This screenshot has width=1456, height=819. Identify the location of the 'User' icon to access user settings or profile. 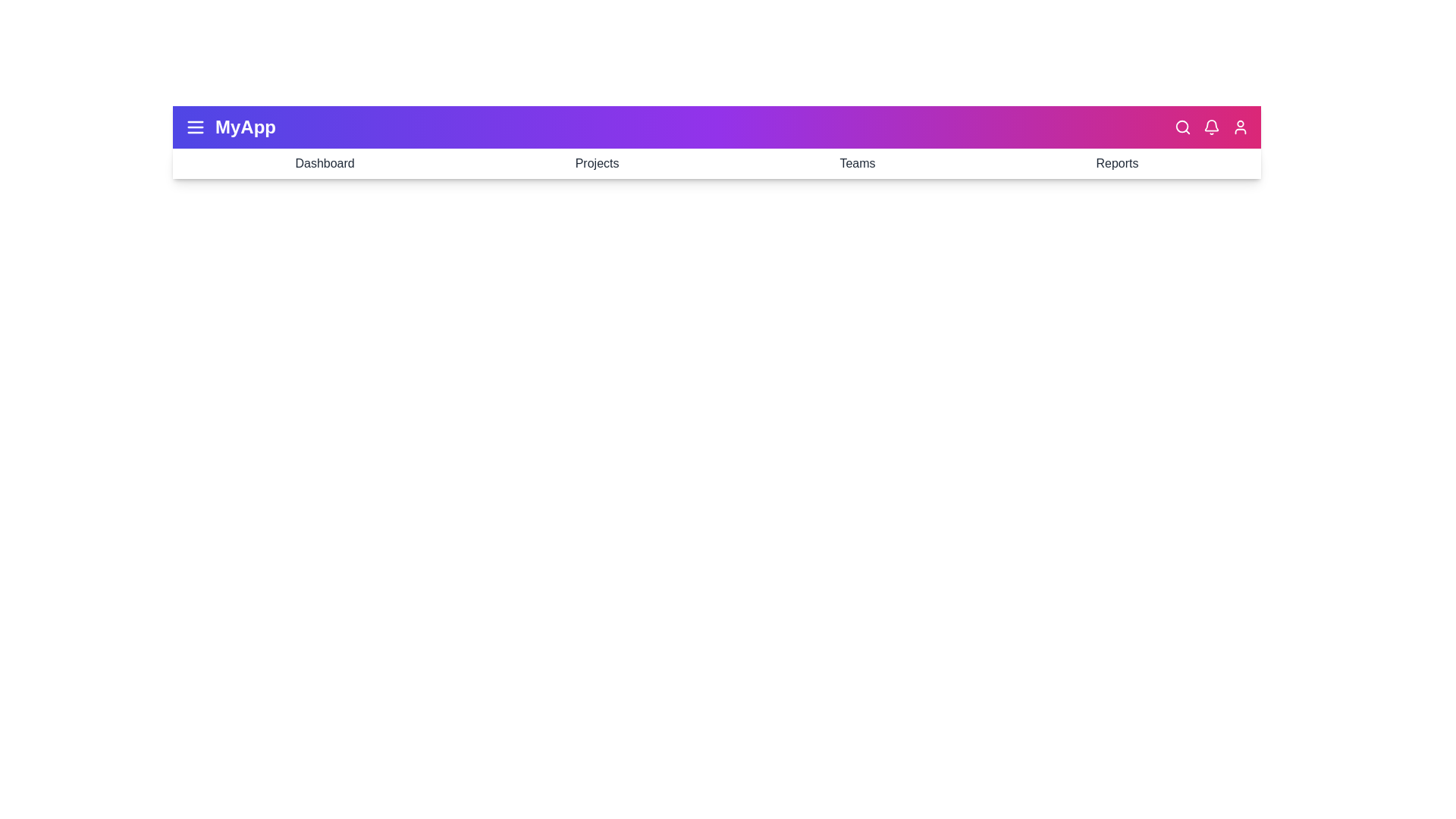
(1241, 127).